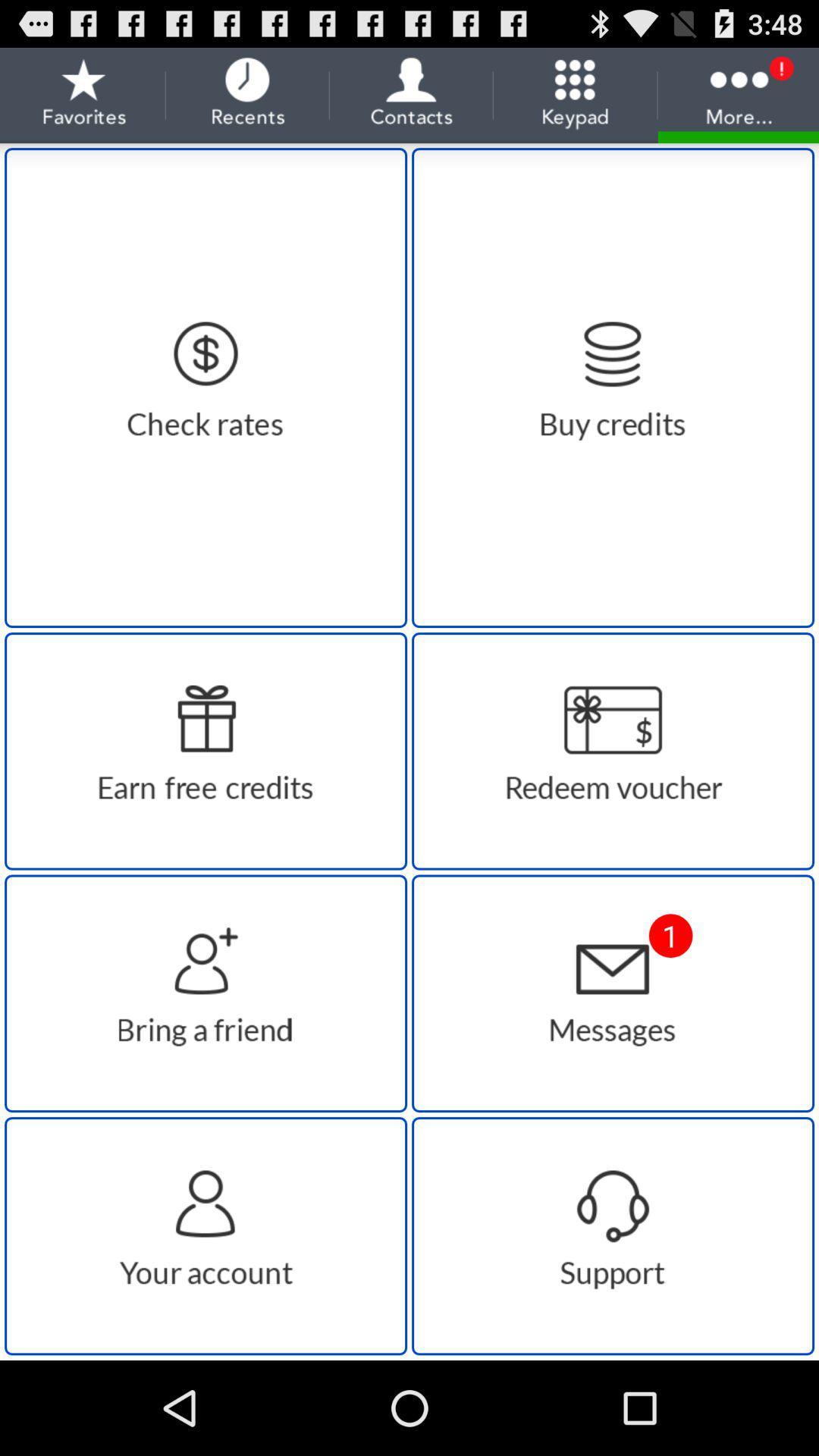 The height and width of the screenshot is (1456, 819). Describe the element at coordinates (206, 1236) in the screenshot. I see `switch contacts option` at that location.